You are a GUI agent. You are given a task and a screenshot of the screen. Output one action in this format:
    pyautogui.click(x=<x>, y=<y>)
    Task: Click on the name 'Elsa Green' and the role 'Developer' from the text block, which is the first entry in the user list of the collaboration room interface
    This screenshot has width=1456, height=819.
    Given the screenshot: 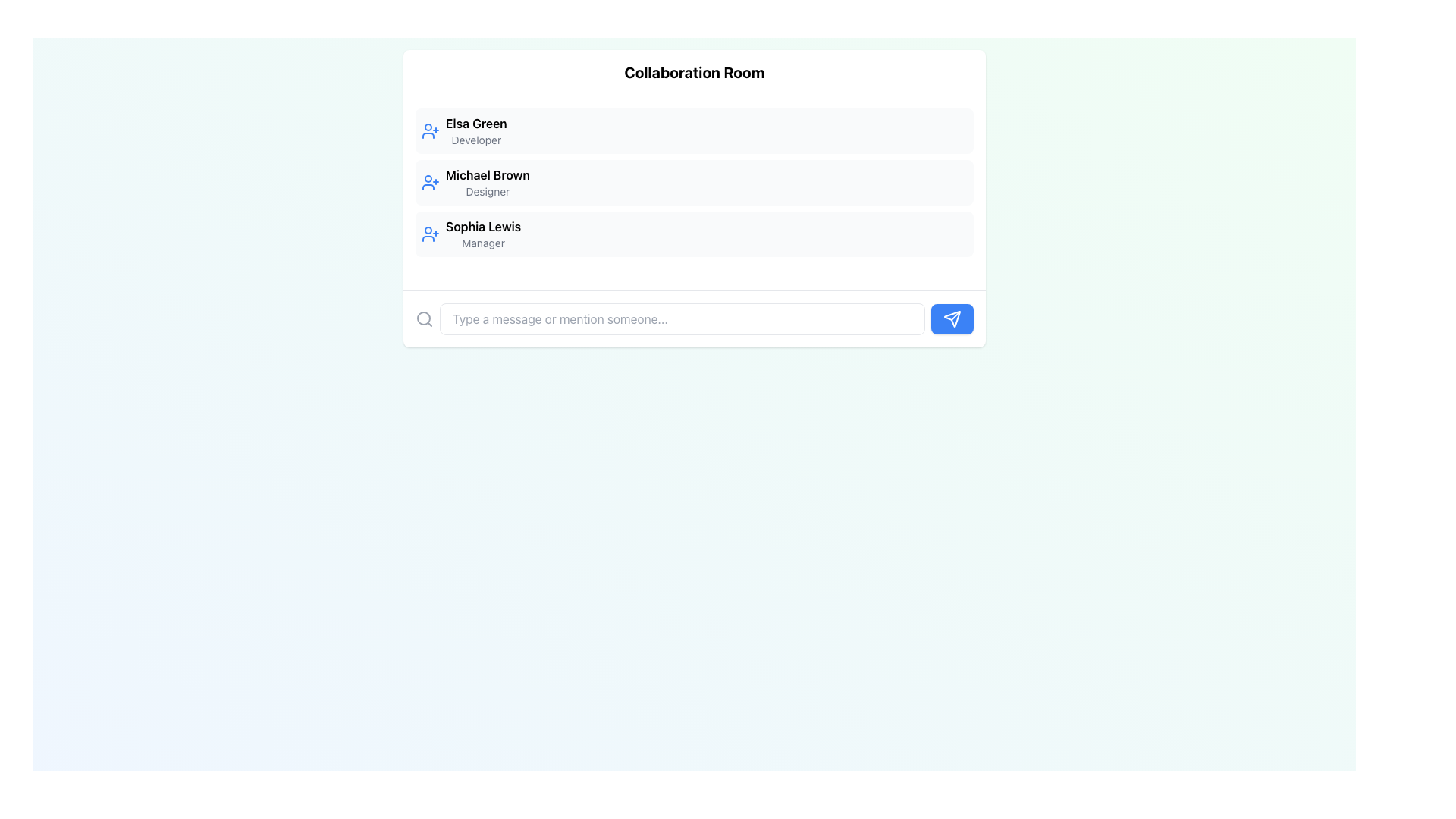 What is the action you would take?
    pyautogui.click(x=475, y=130)
    